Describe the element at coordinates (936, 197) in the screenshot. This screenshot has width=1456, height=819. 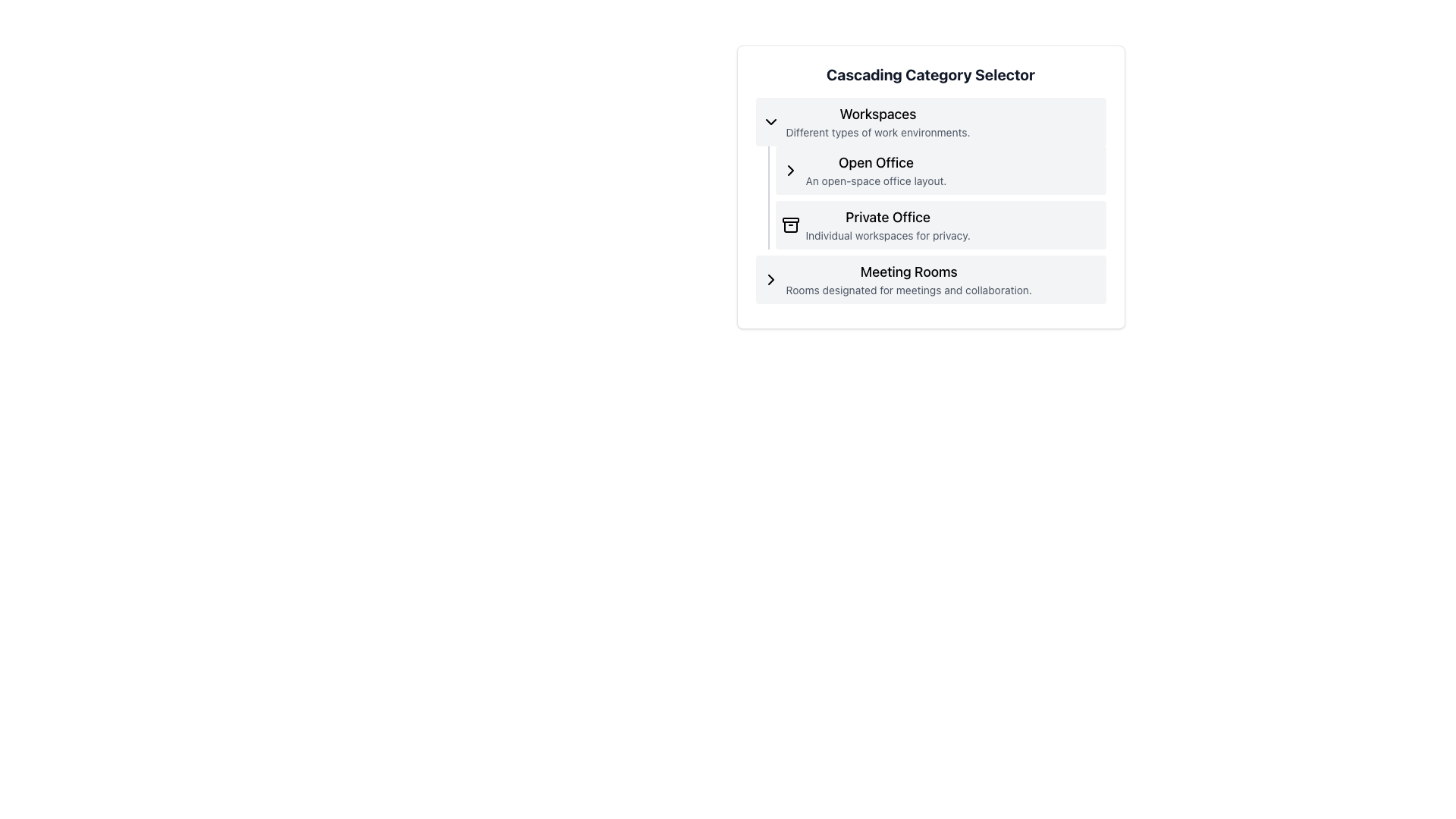
I see `the expandable list item for 'Open Office' and 'Private Office' in the cascading category selector under 'Workspaces'` at that location.